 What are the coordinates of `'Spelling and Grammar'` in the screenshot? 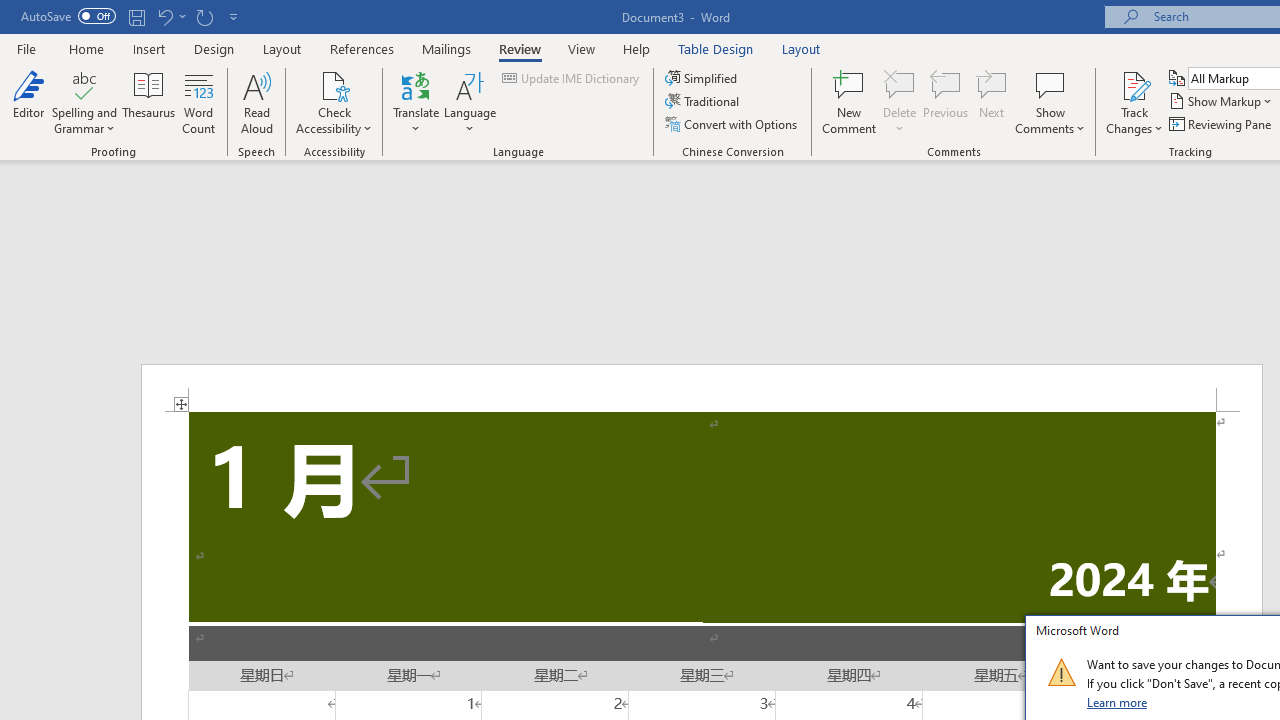 It's located at (84, 103).